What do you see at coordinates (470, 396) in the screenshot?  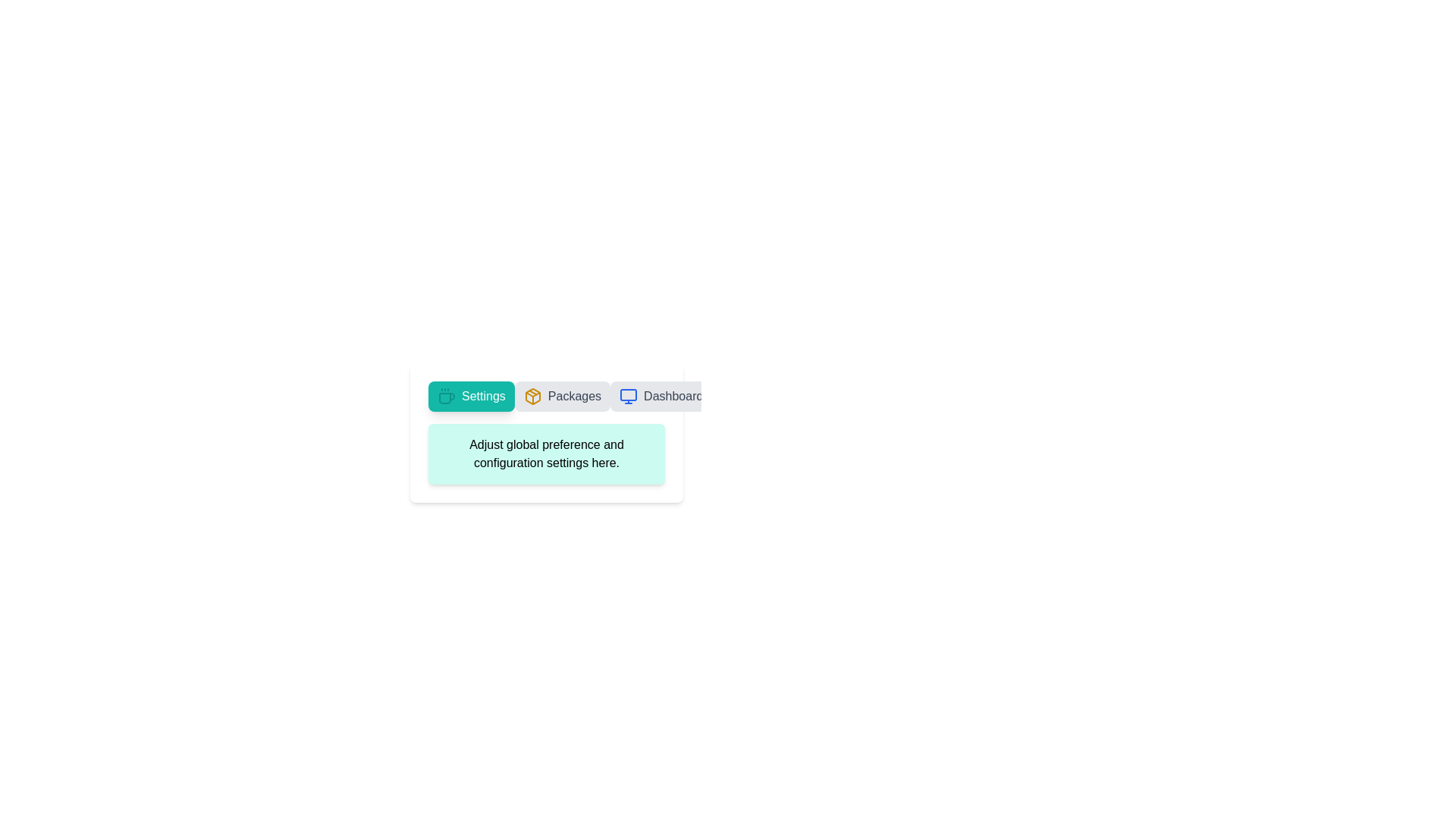 I see `the tab labeled Settings` at bounding box center [470, 396].